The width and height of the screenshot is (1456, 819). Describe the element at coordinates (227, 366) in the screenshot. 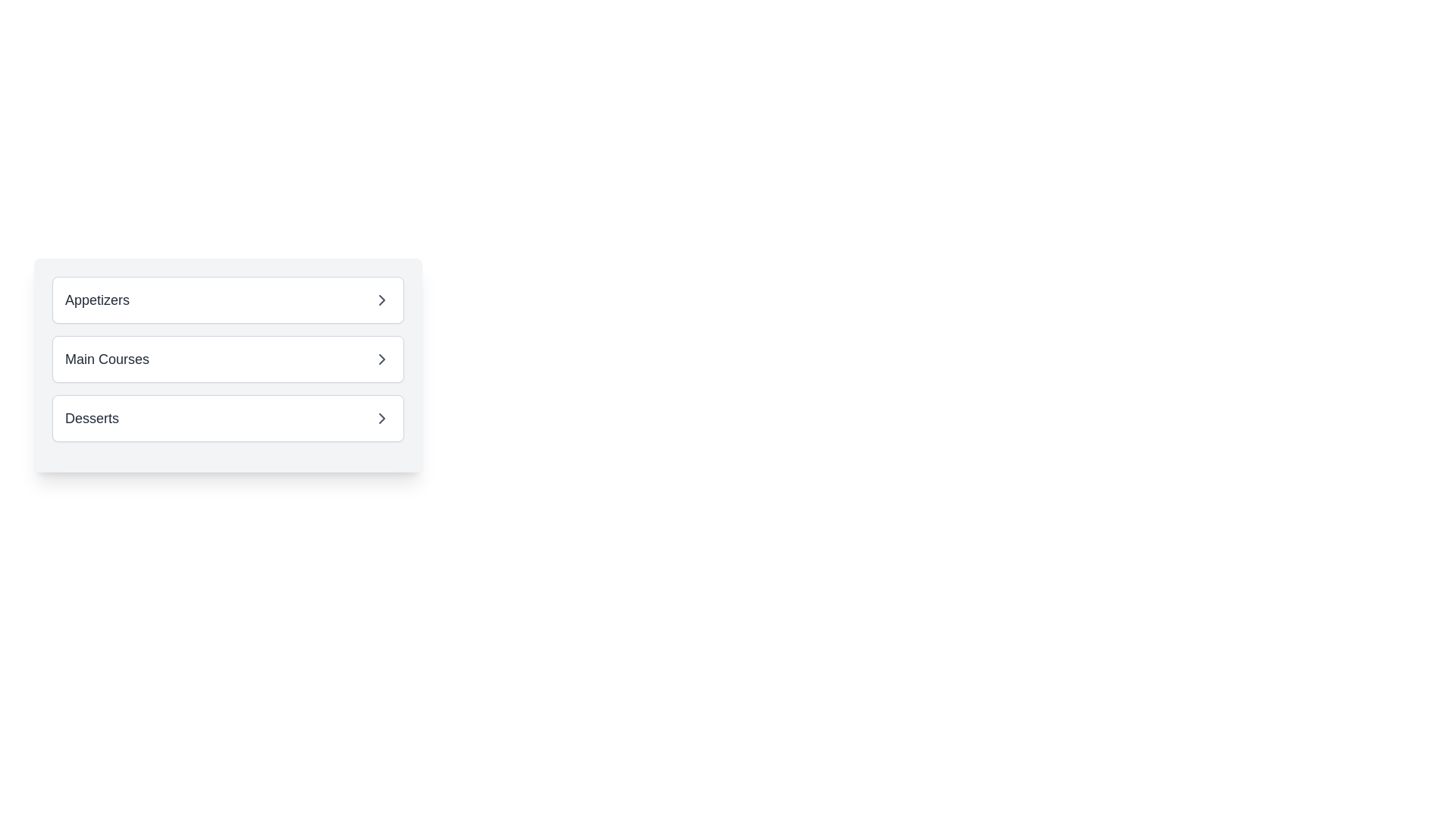

I see `the 'Main Courses' menu item, which is the second item in a vertical stack of three menu items` at that location.